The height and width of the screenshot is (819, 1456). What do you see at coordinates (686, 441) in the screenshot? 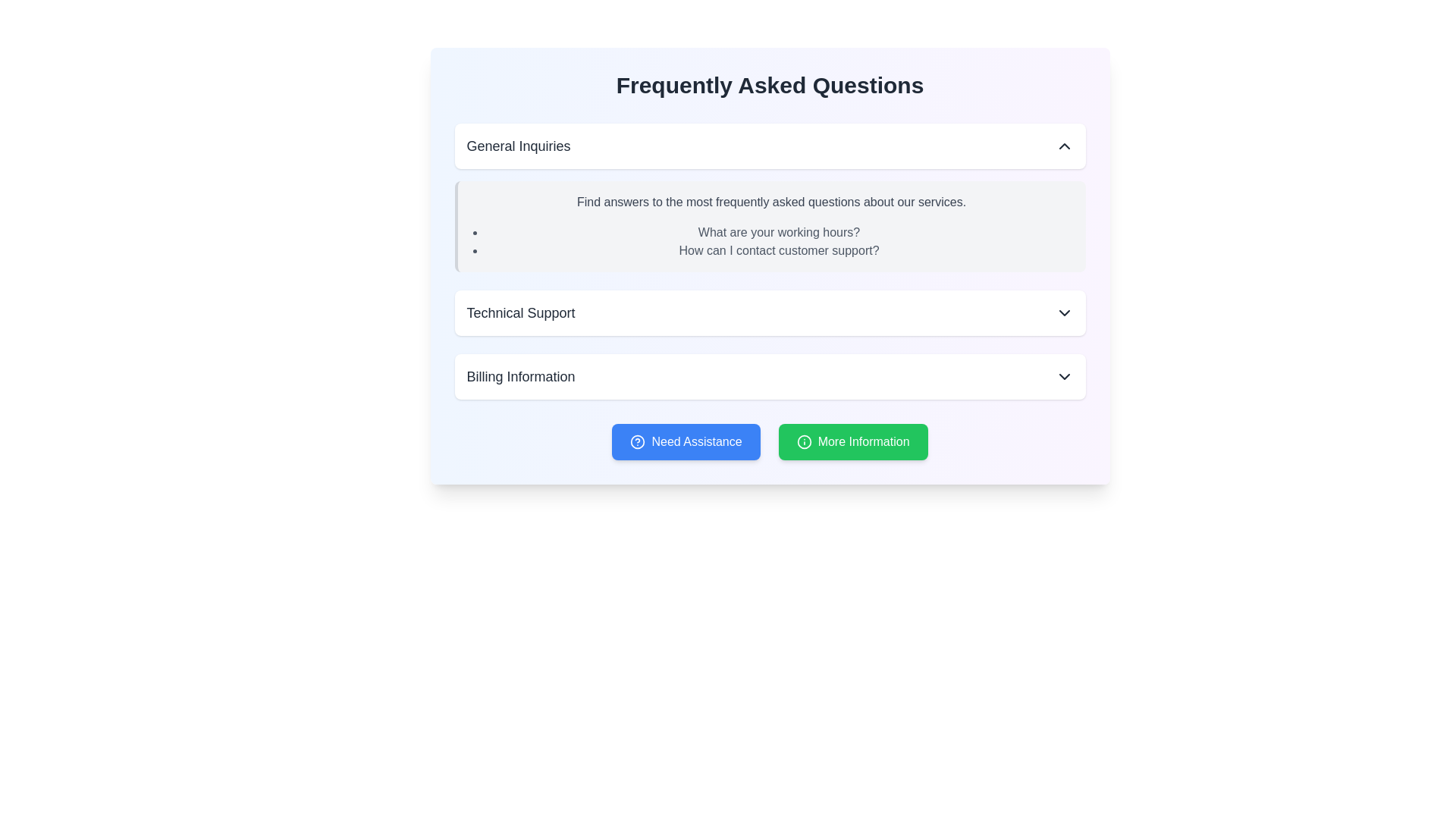
I see `the assistance button located at the leftmost position in the row of interactive buttons near the bottom of the main content area to trigger visual feedback such as a background color change` at bounding box center [686, 441].